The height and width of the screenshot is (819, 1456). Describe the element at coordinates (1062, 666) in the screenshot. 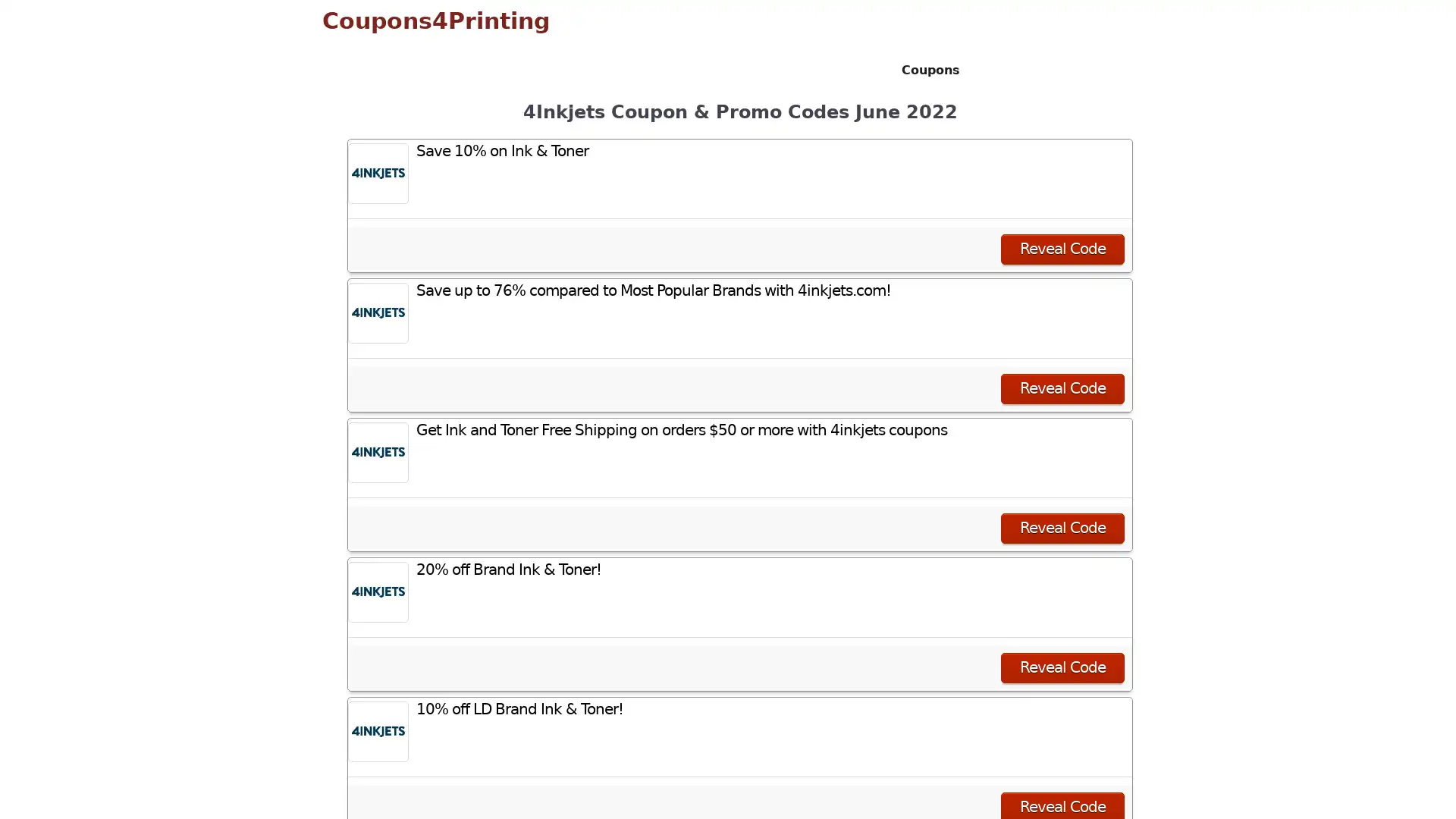

I see `Reveal Code` at that location.